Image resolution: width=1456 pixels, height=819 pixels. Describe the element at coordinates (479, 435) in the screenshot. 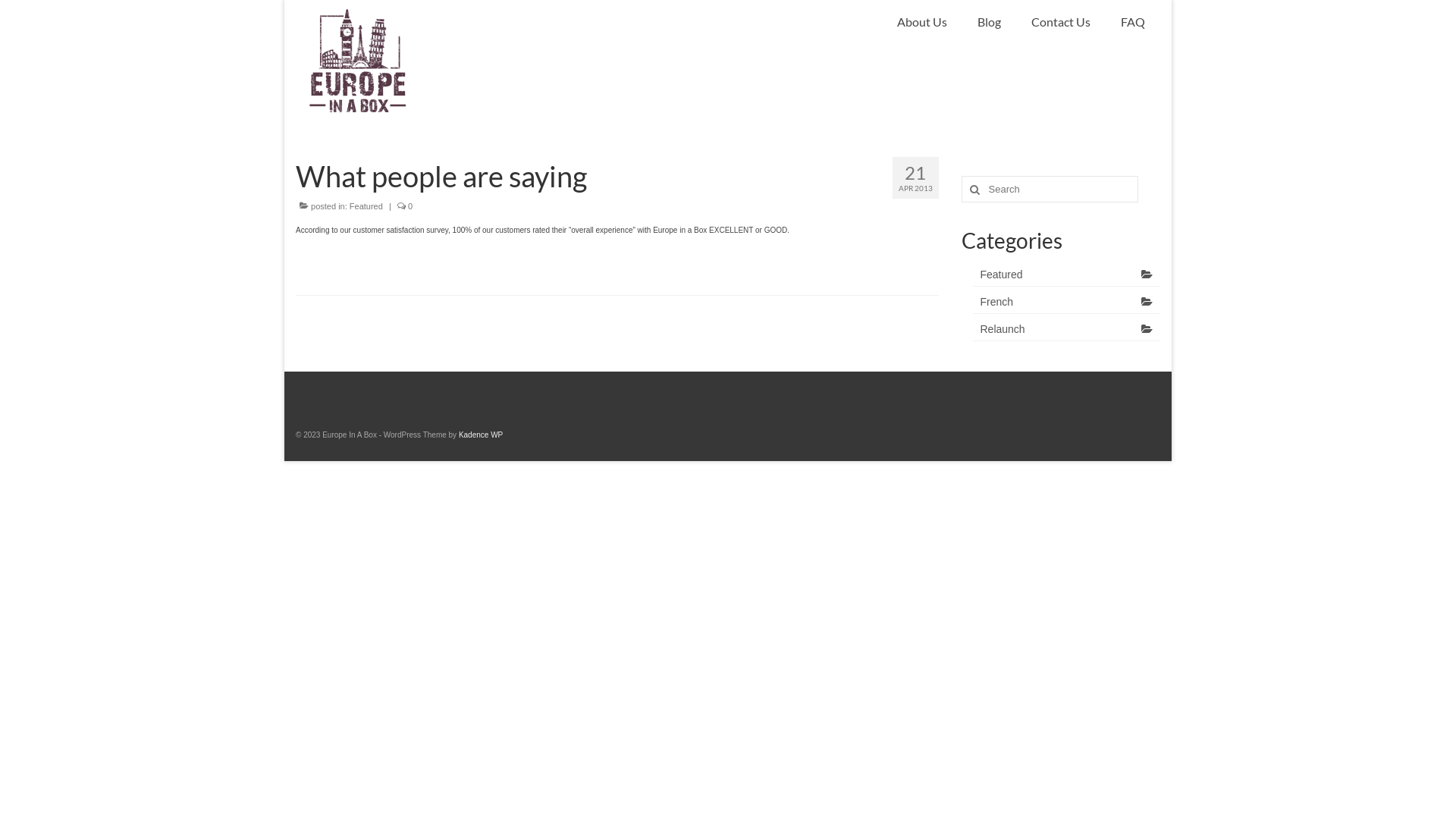

I see `'Kadence WP'` at that location.